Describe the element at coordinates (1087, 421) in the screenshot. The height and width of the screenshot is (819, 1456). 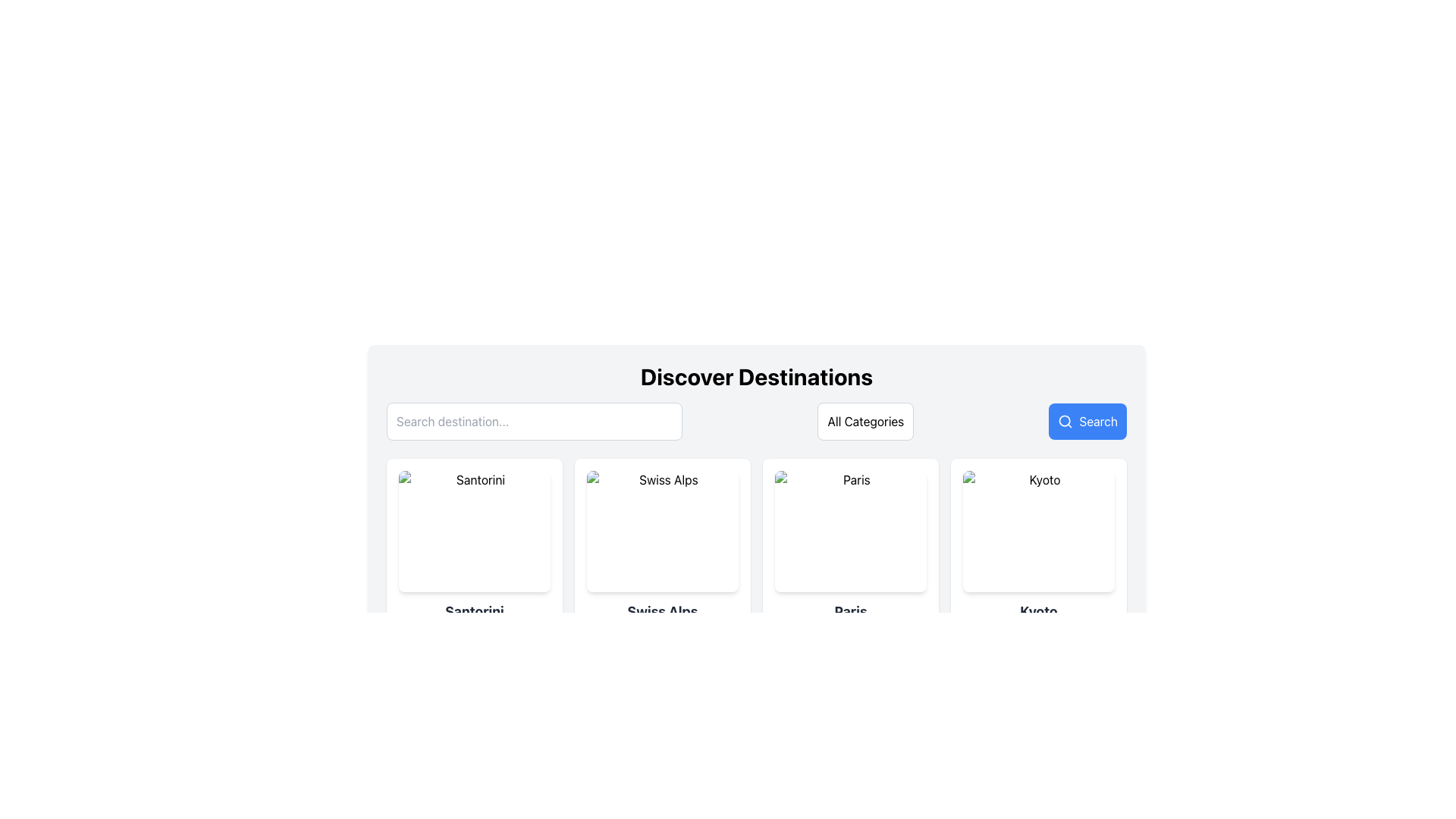
I see `the search button located at the top-right of the section, adjacent to the 'All Categories' dropdown` at that location.